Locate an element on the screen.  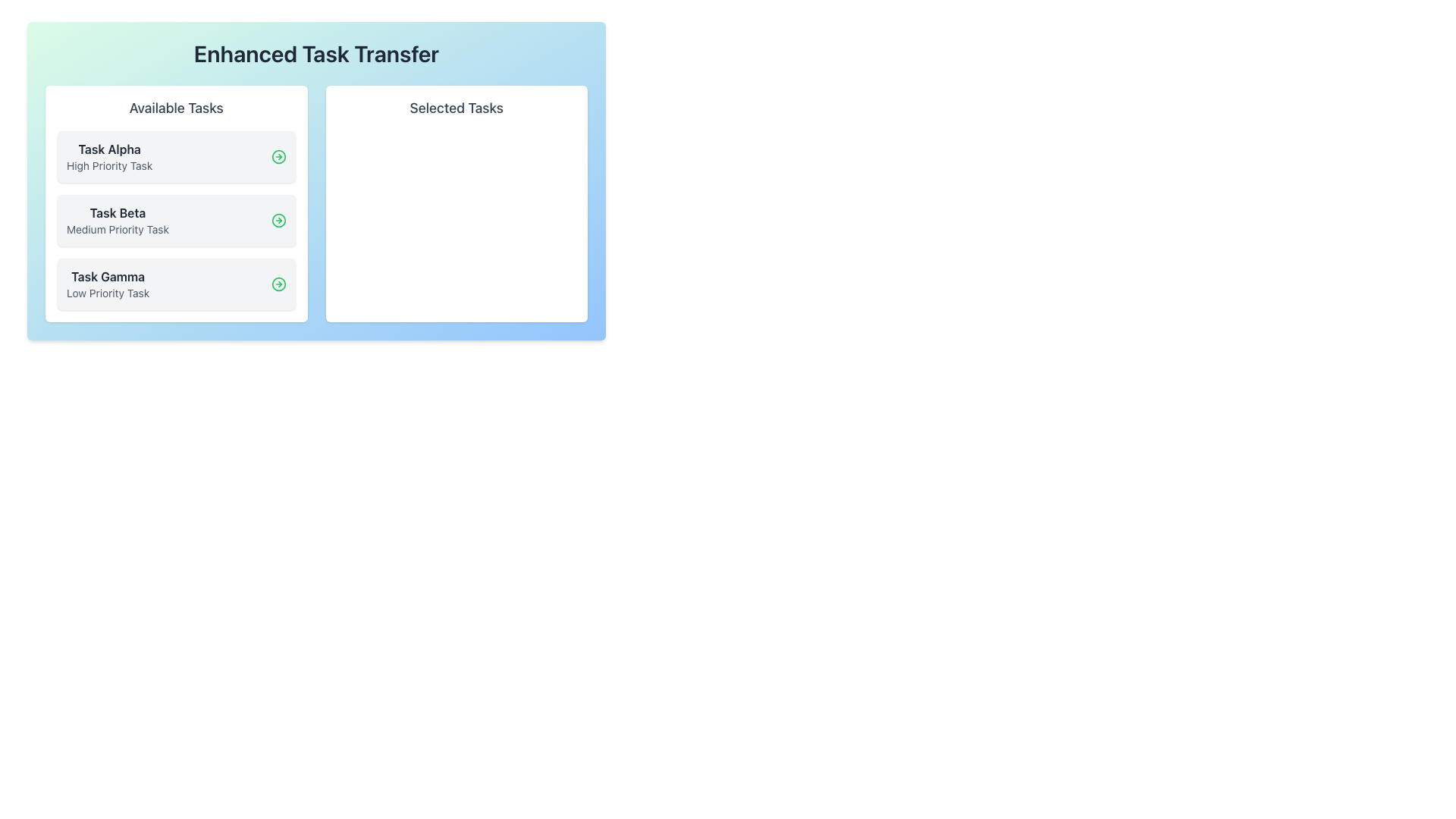
the text-label UI element displaying 'Task Beta' with the description 'Medium Priority Task' to operate on the associated task is located at coordinates (116, 220).